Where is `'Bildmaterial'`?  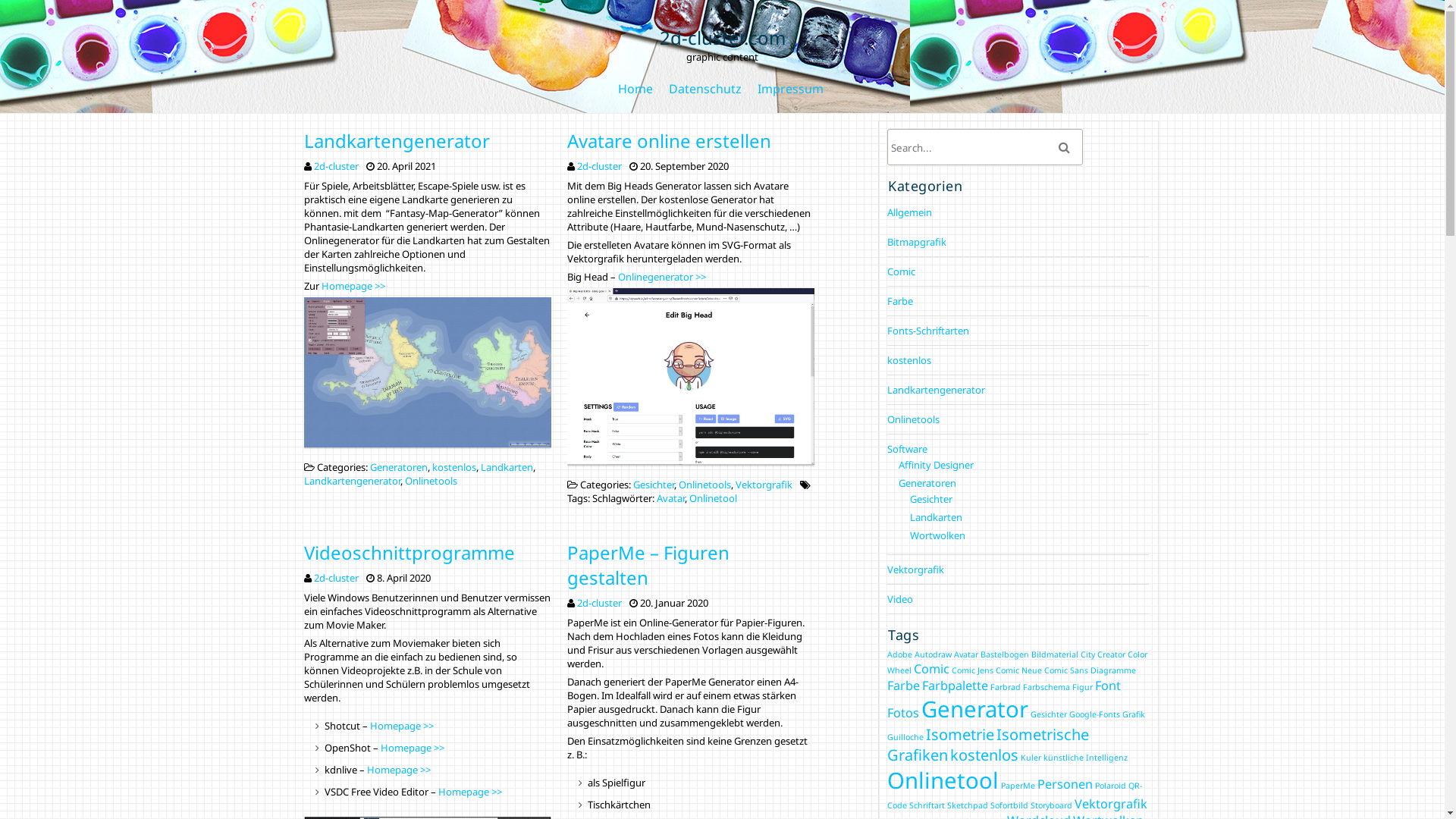
'Bildmaterial' is located at coordinates (1054, 654).